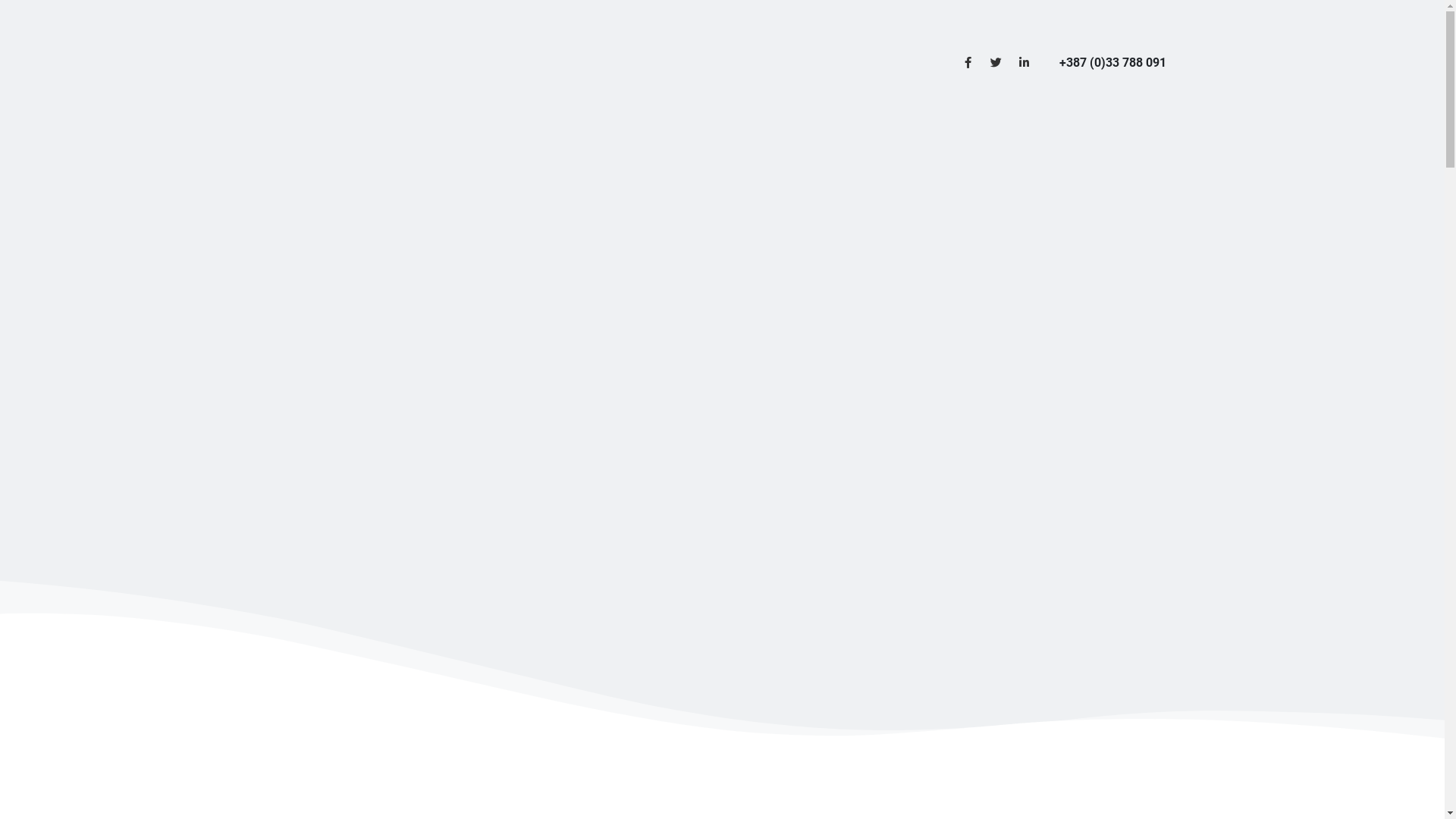  What do you see at coordinates (953, 61) in the screenshot?
I see `'Facebook'` at bounding box center [953, 61].